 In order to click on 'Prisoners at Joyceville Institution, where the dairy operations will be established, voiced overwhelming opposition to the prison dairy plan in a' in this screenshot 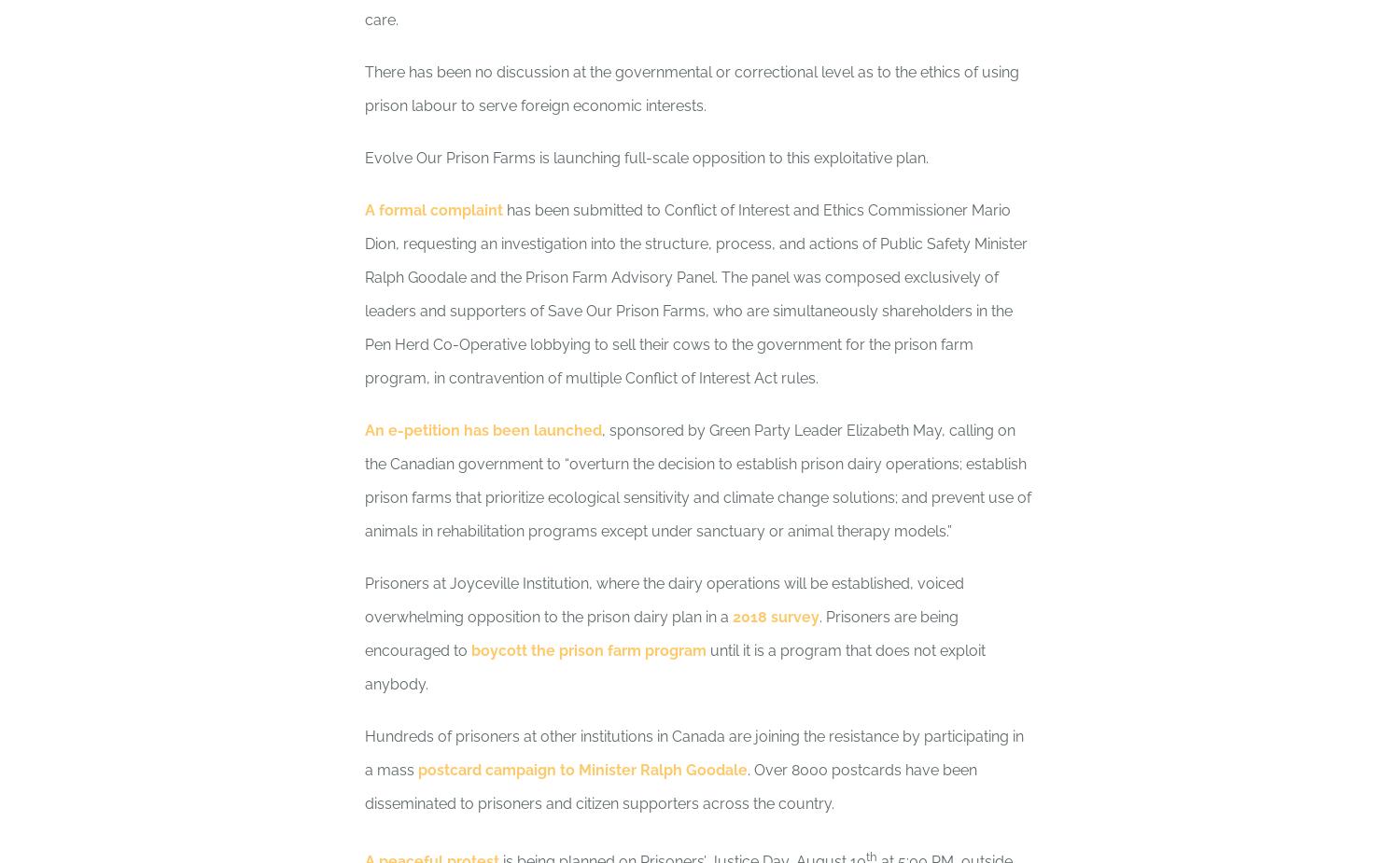, I will do `click(664, 600)`.